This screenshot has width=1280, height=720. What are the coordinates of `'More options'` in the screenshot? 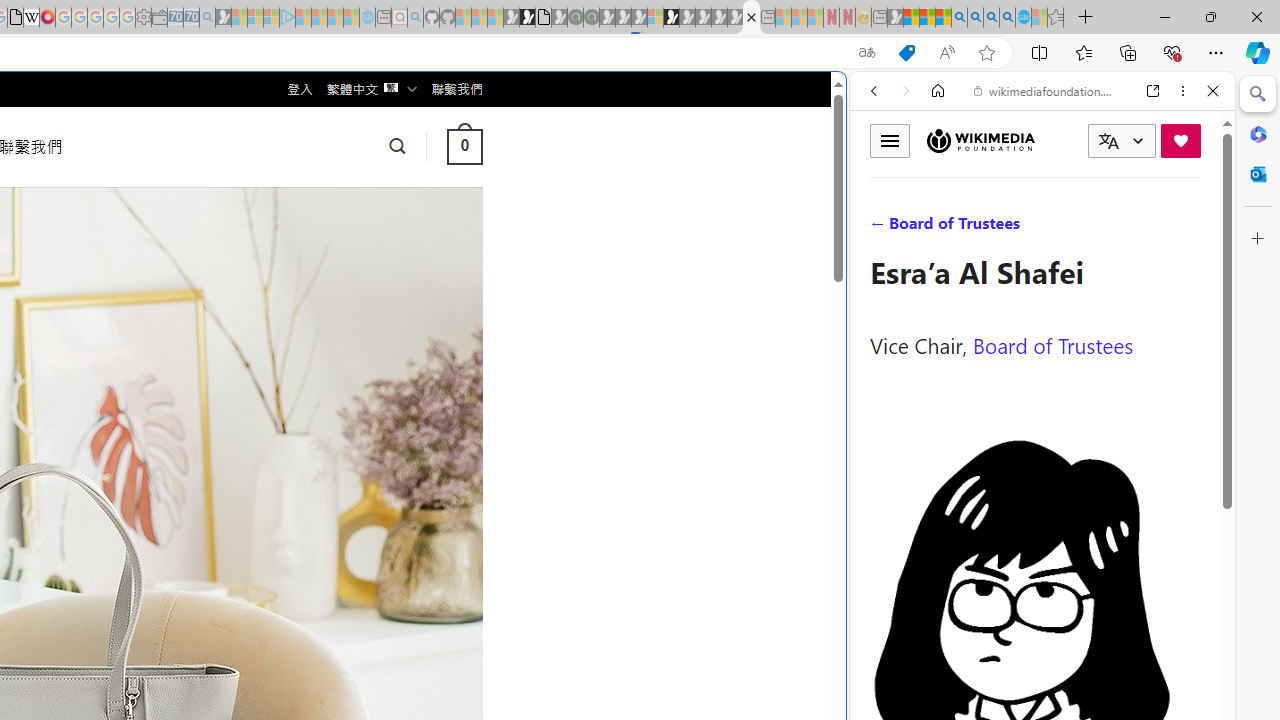 It's located at (1182, 91).